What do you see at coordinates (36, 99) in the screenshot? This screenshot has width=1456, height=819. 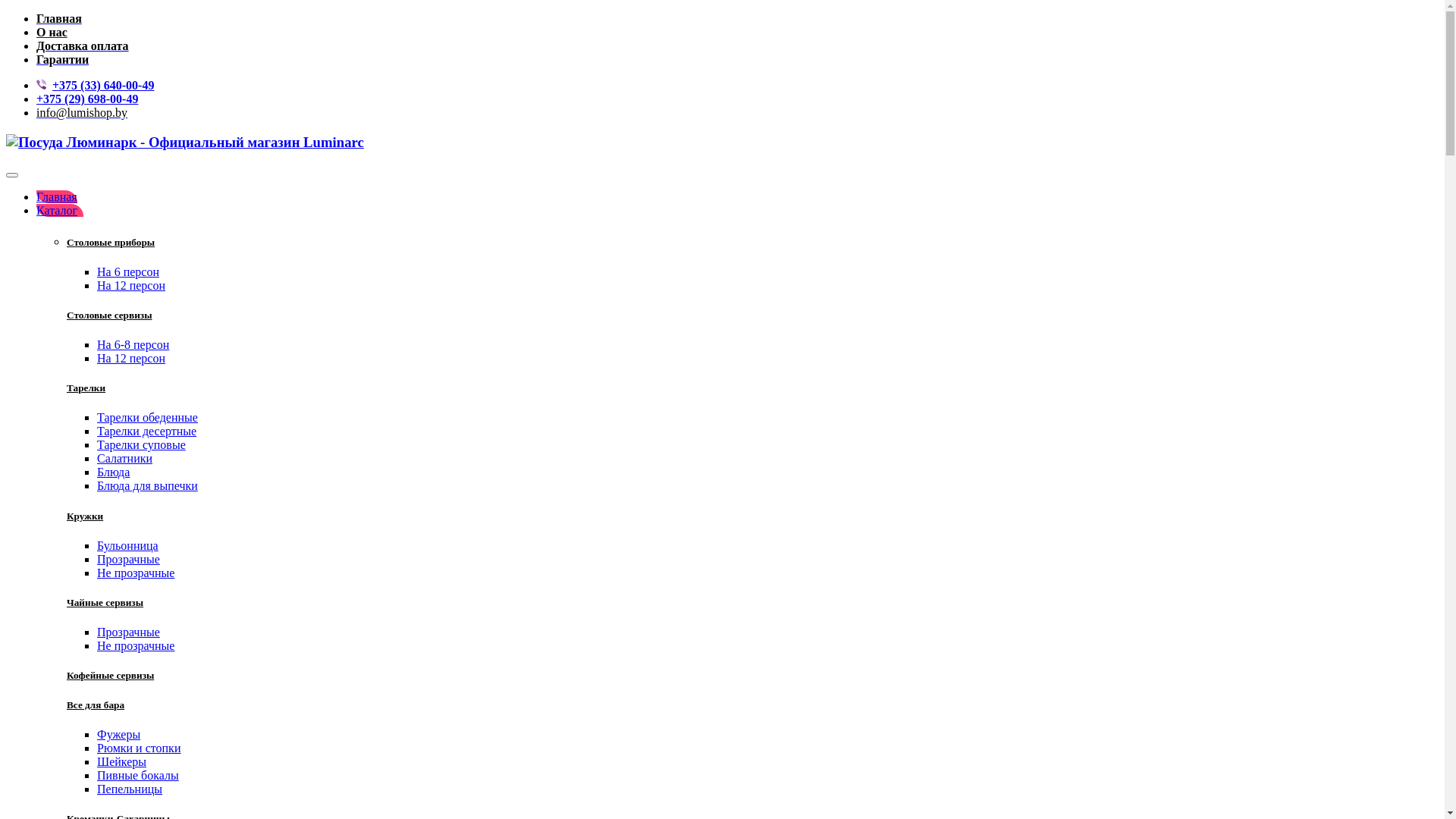 I see `'+375 (29) 698-00-49'` at bounding box center [36, 99].